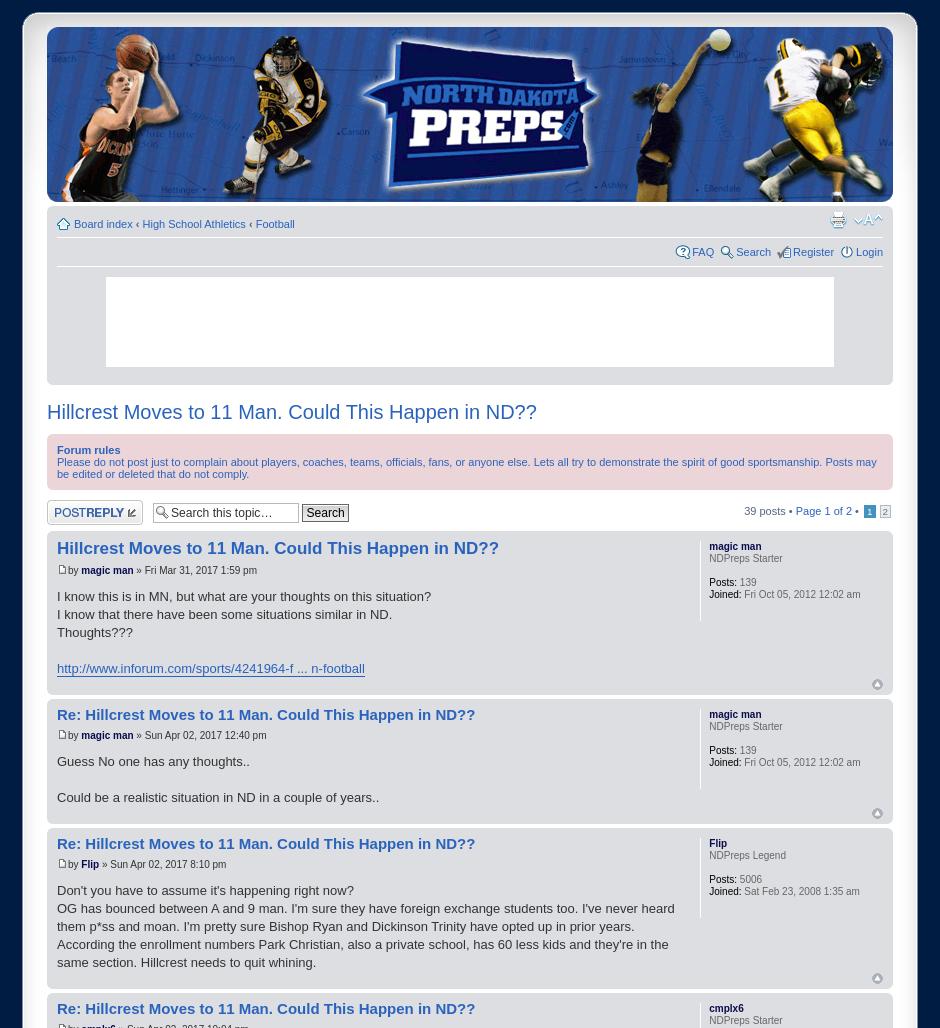  Describe the element at coordinates (869, 250) in the screenshot. I see `'Login'` at that location.